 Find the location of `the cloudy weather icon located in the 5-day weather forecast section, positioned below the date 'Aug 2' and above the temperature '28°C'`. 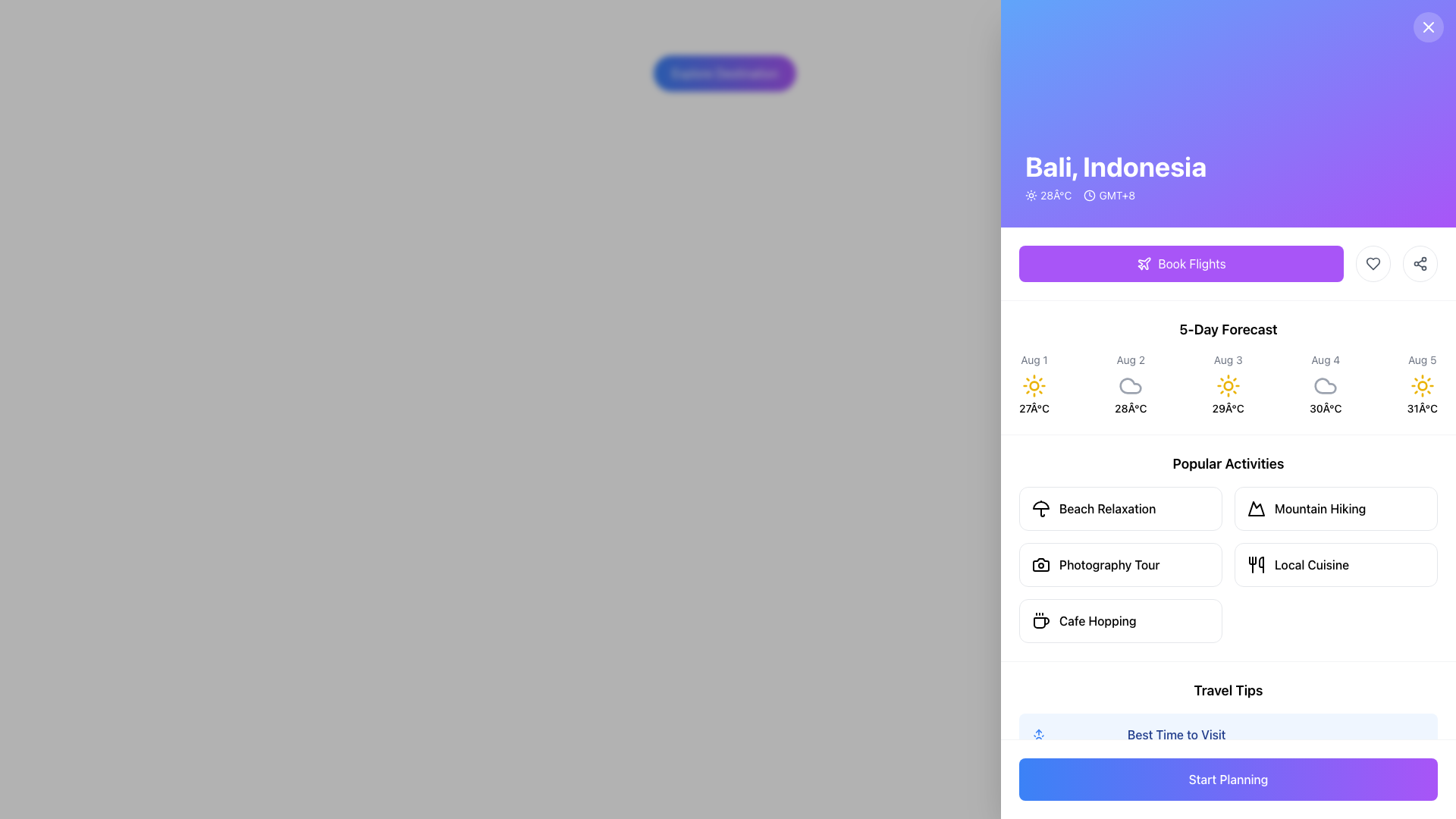

the cloudy weather icon located in the 5-day weather forecast section, positioned below the date 'Aug 2' and above the temperature '28°C' is located at coordinates (1131, 385).